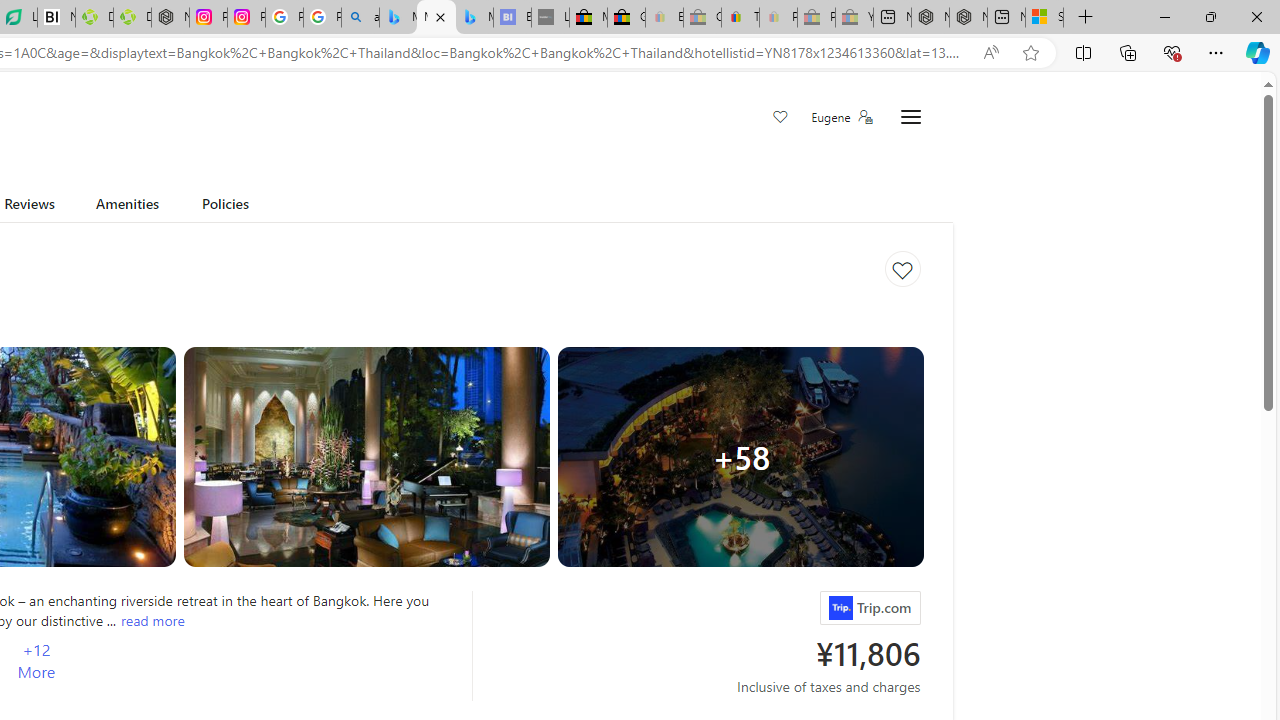  What do you see at coordinates (816, 17) in the screenshot?
I see `'Press Room - eBay Inc. - Sleeping'` at bounding box center [816, 17].